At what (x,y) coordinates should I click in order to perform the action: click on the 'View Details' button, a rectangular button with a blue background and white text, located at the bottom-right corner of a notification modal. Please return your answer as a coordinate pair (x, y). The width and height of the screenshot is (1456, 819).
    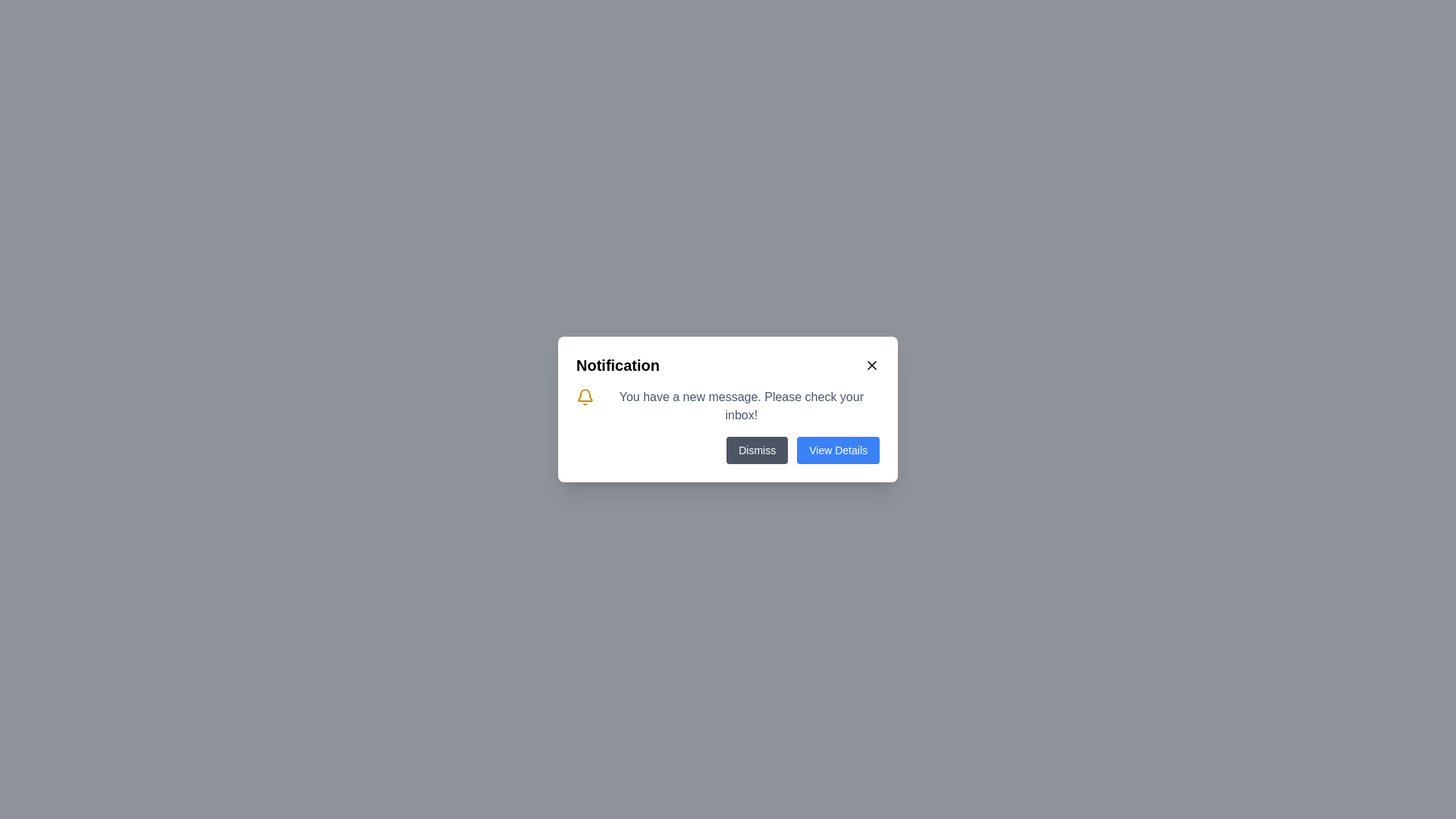
    Looking at the image, I should click on (837, 450).